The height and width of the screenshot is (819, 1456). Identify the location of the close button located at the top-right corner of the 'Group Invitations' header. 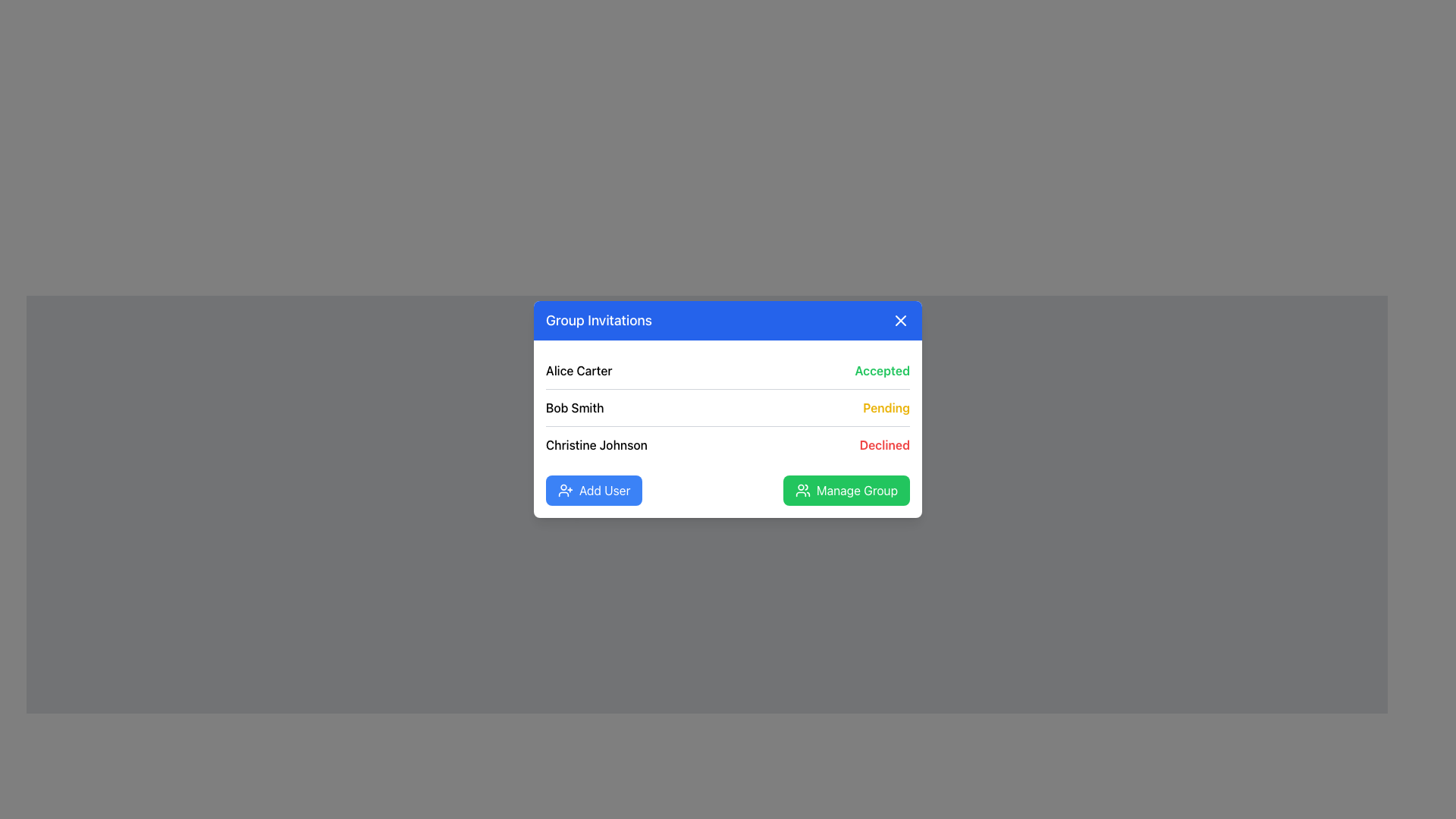
(901, 320).